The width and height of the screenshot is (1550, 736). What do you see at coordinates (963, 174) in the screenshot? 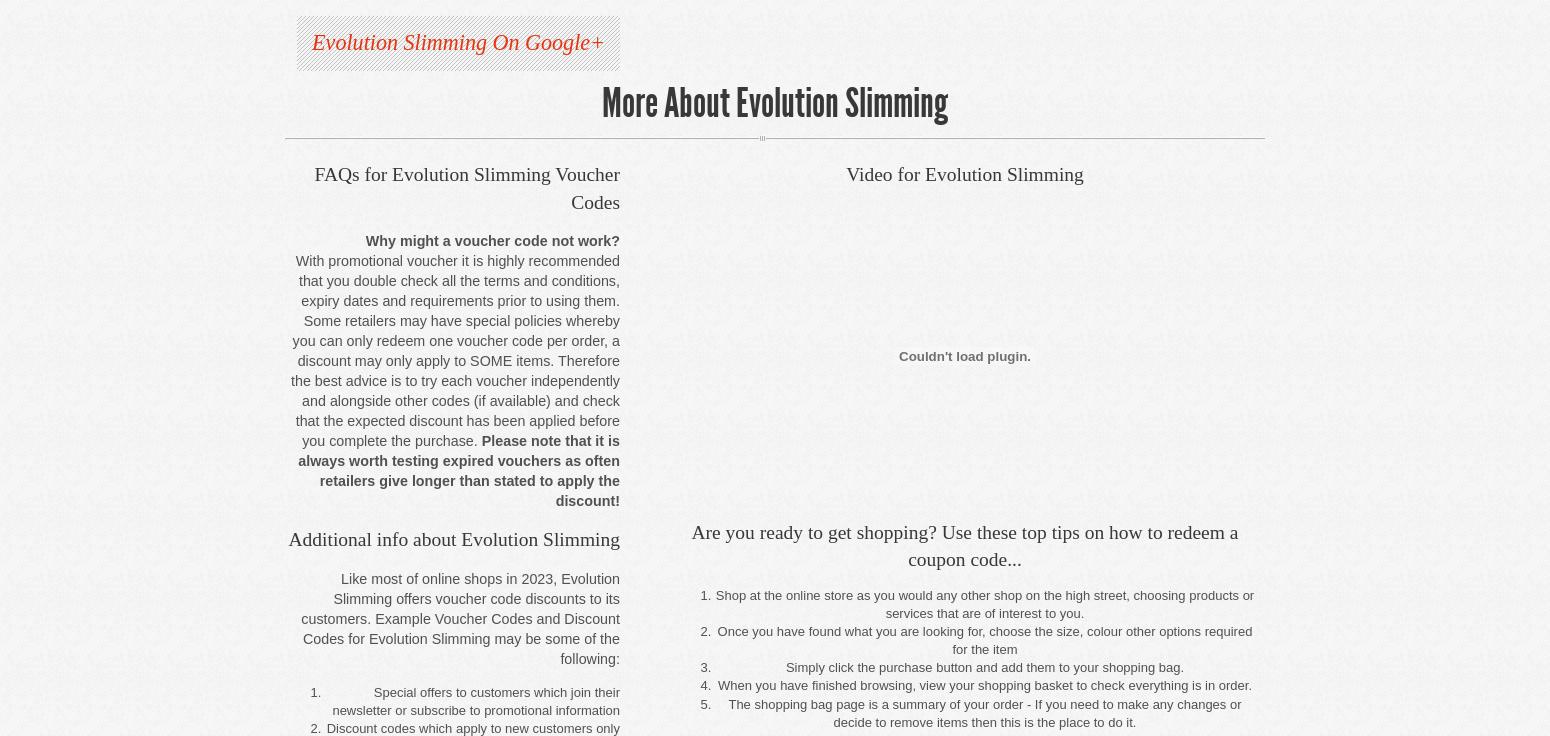
I see `'Video for Evolution Slimming'` at bounding box center [963, 174].